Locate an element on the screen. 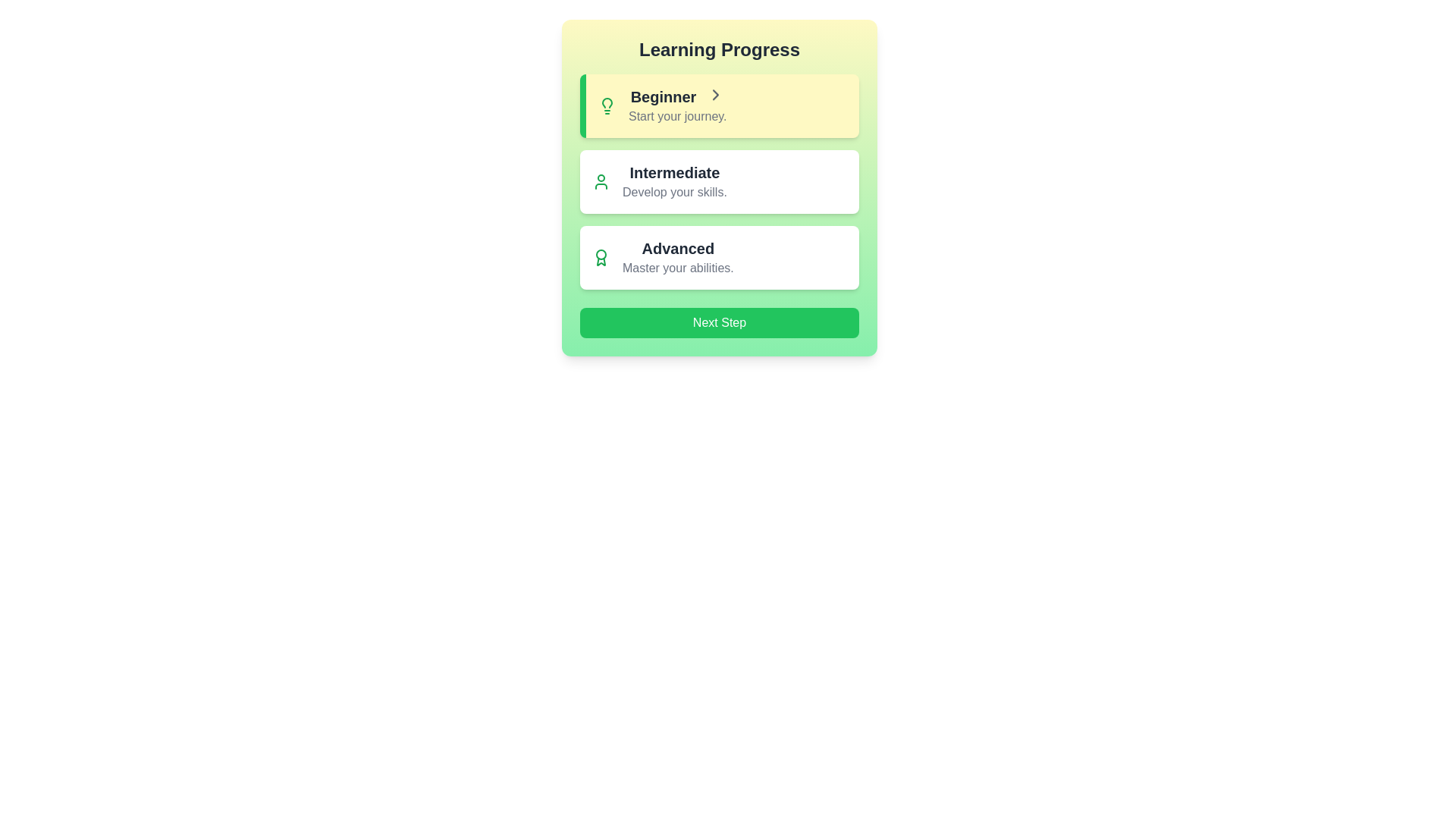  the text label displaying 'Beginner' at the top of the learning progress levels section, which has a pale yellow background is located at coordinates (676, 96).